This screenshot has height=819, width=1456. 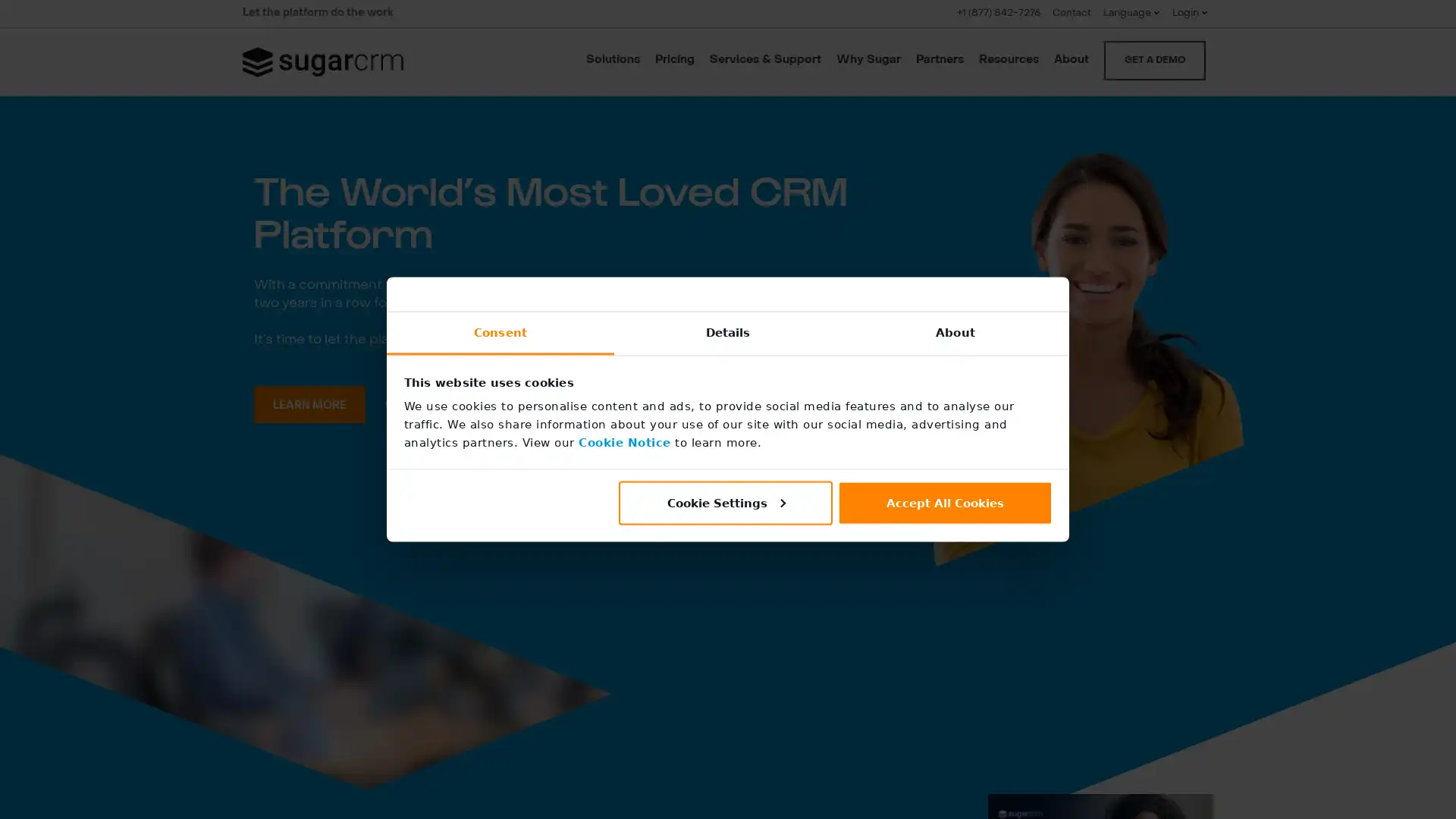 I want to click on CLOSE SEARCH, so click(x=1438, y=72).